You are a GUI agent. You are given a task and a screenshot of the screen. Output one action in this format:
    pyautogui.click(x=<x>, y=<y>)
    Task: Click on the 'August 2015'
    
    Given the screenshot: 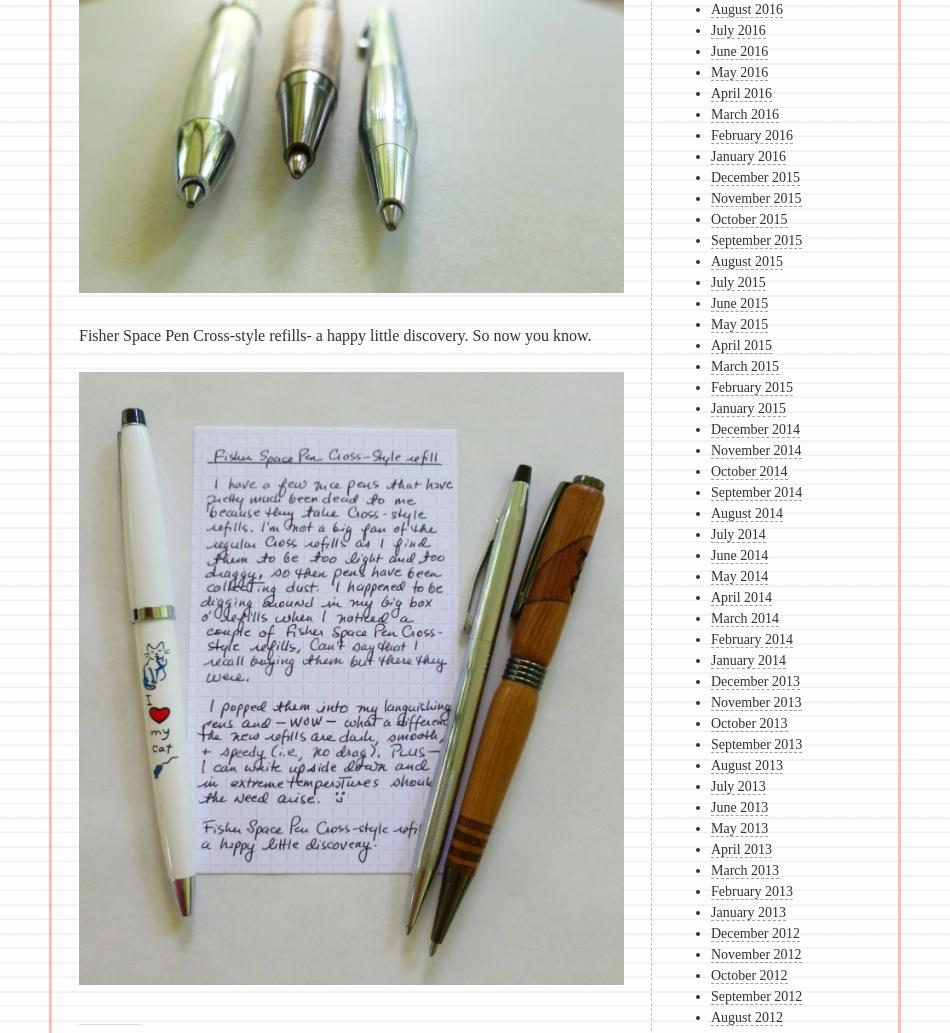 What is the action you would take?
    pyautogui.click(x=745, y=260)
    